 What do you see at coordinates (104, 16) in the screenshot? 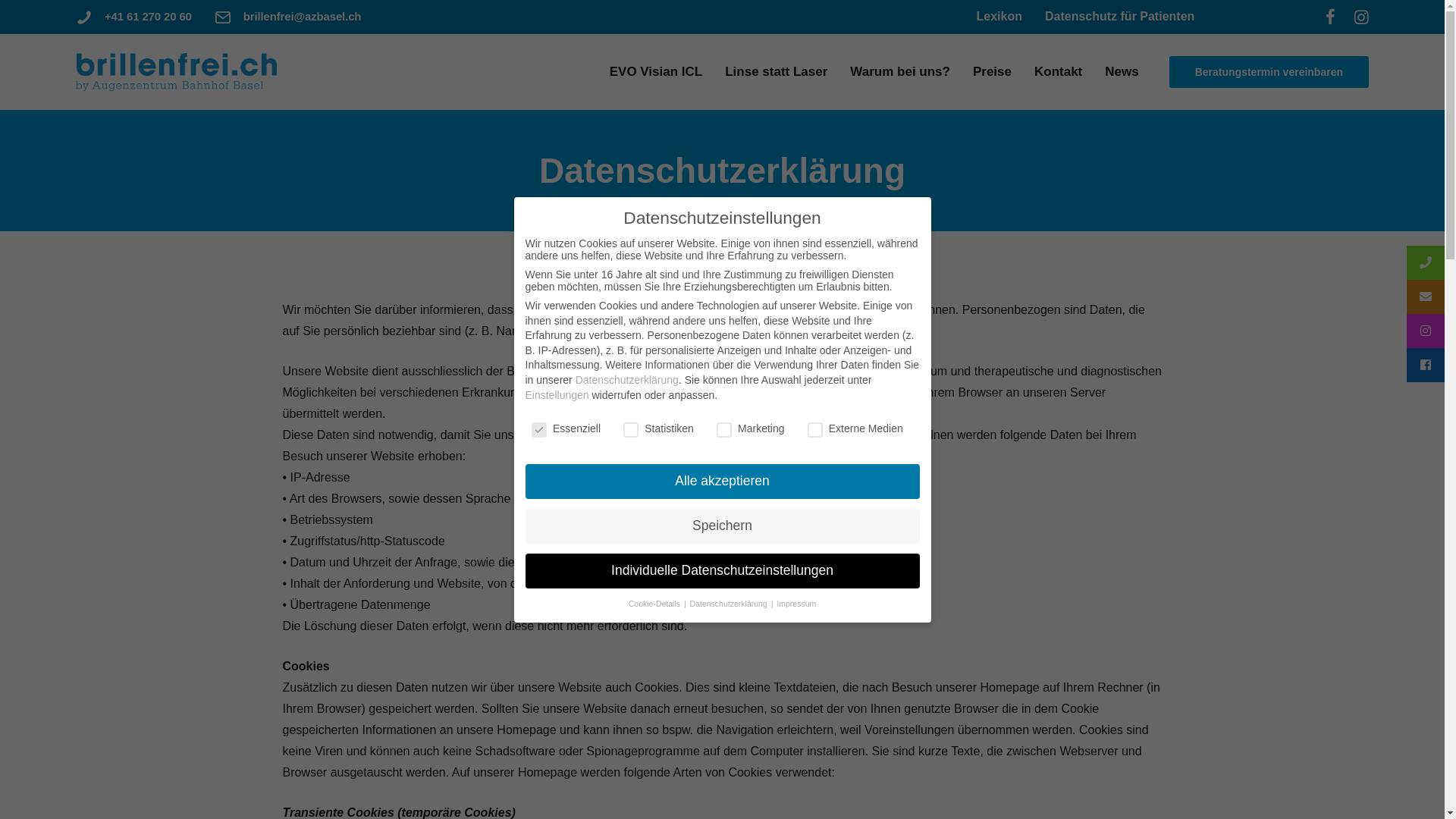
I see `'+41 61 270 20 60'` at bounding box center [104, 16].